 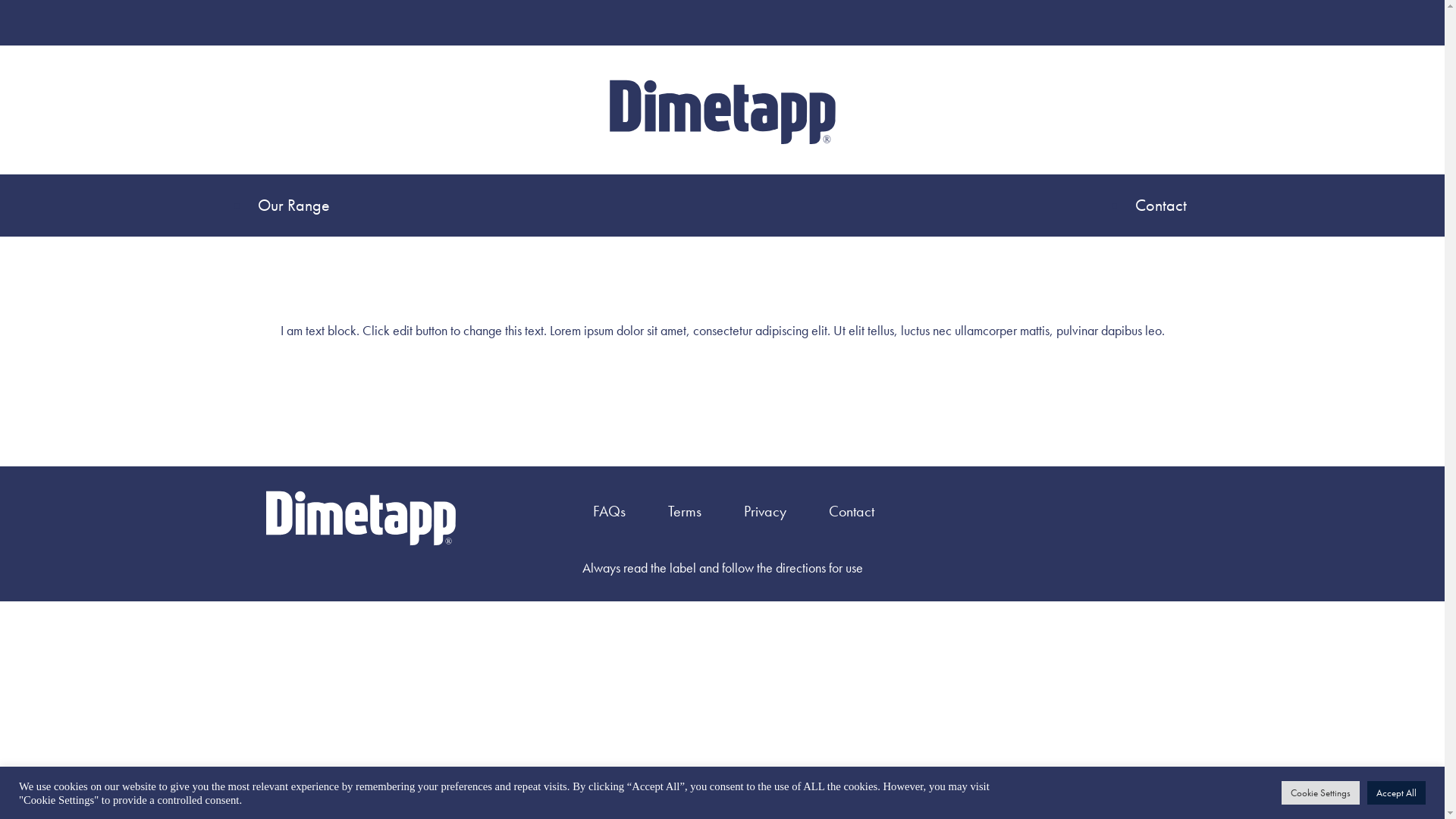 I want to click on 'Our Range', so click(x=297, y=205).